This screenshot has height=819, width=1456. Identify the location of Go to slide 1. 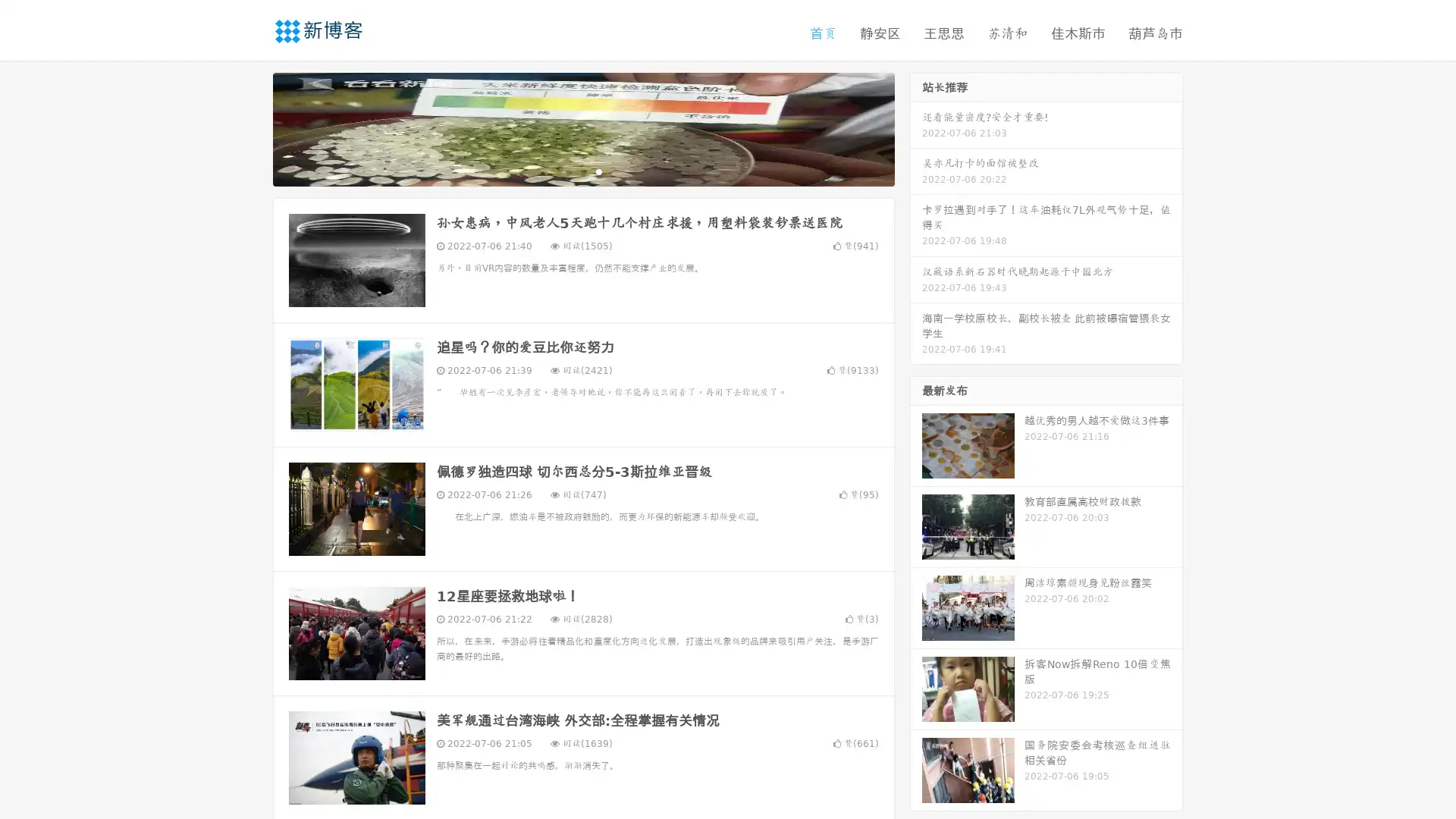
(567, 171).